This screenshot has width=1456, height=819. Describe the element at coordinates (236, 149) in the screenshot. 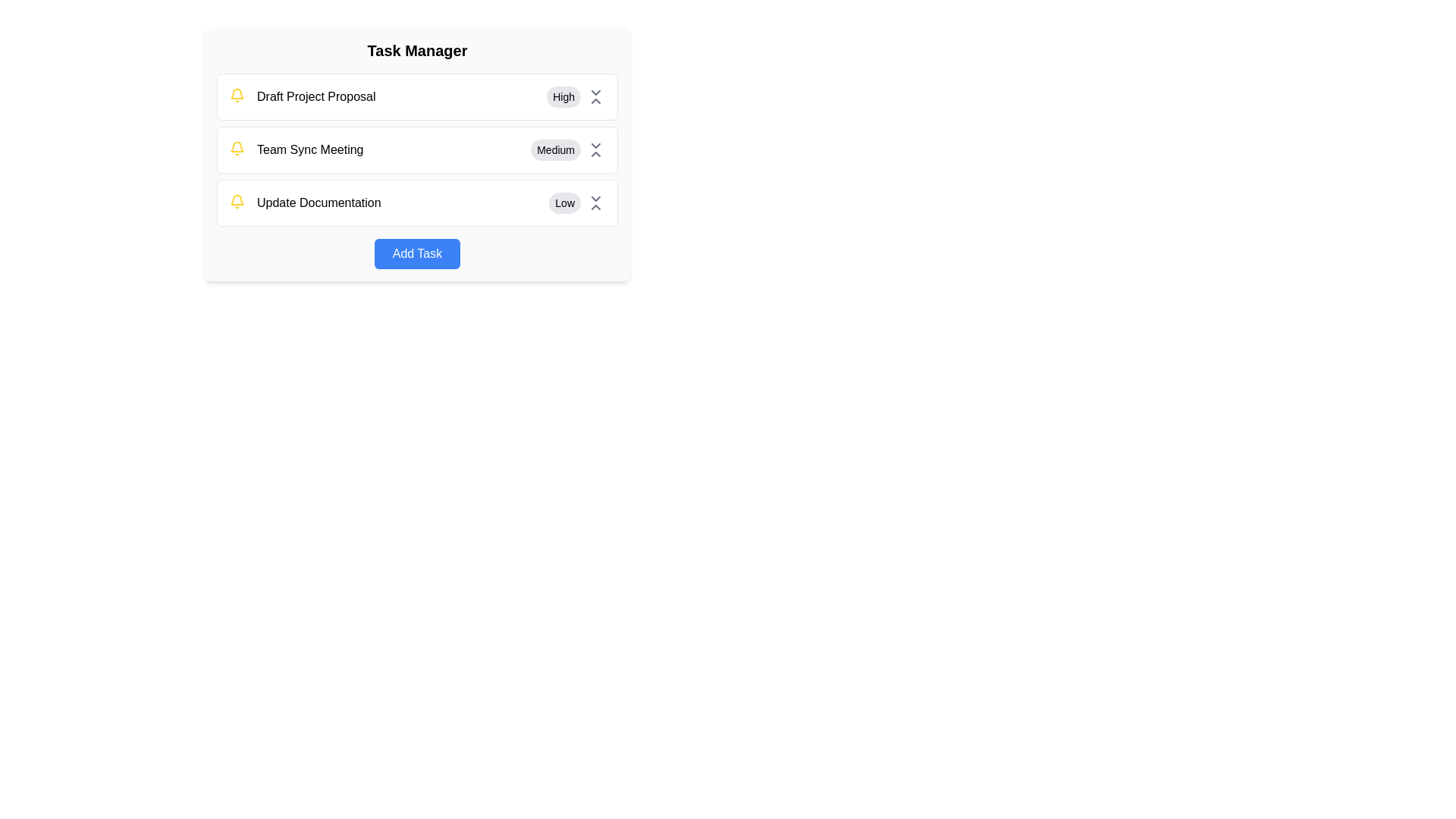

I see `the bell icon located to the left of the 'Team Sync Meeting' task label in the second row of the central task list` at that location.